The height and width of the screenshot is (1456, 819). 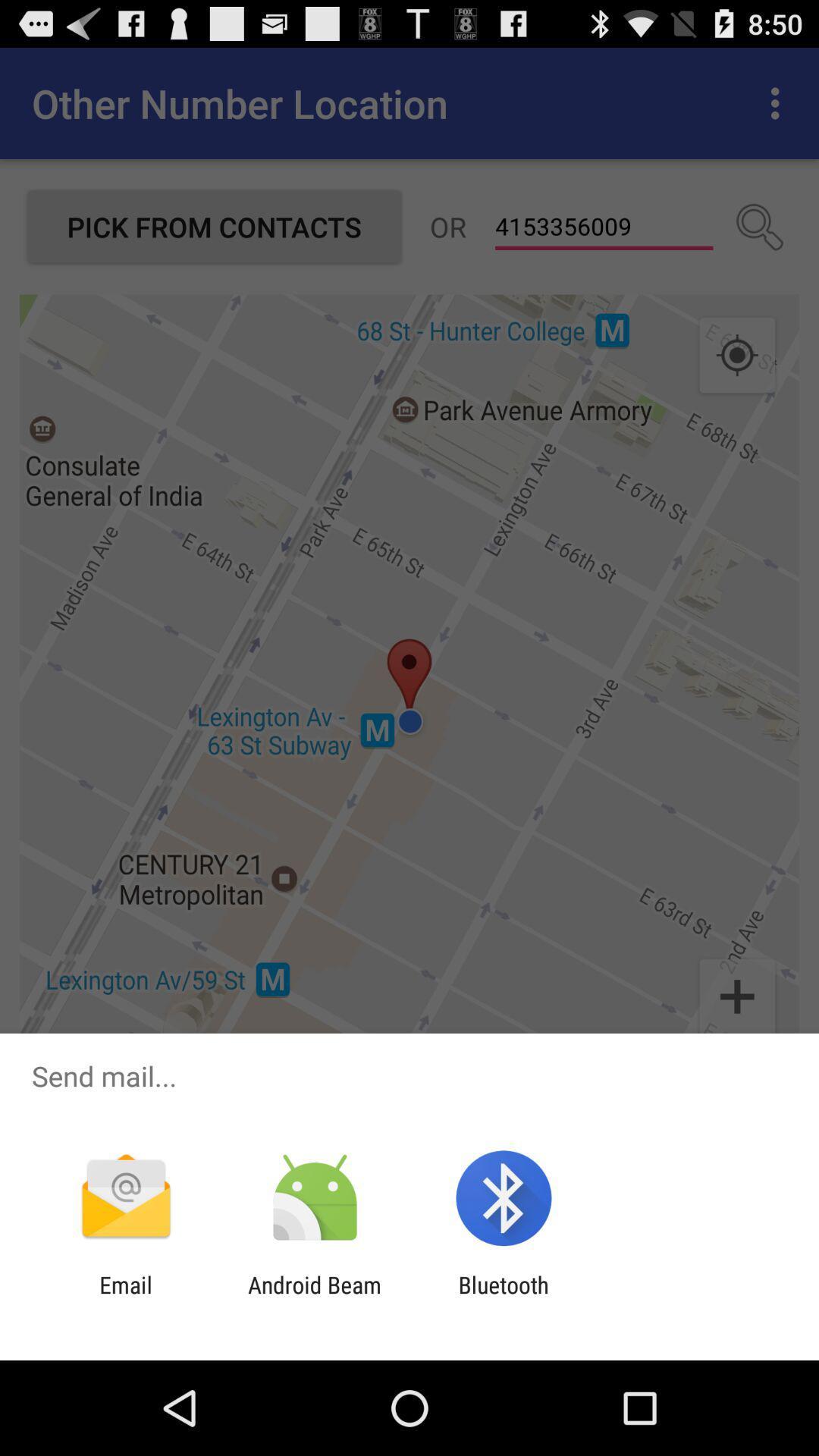 I want to click on the android beam app, so click(x=314, y=1298).